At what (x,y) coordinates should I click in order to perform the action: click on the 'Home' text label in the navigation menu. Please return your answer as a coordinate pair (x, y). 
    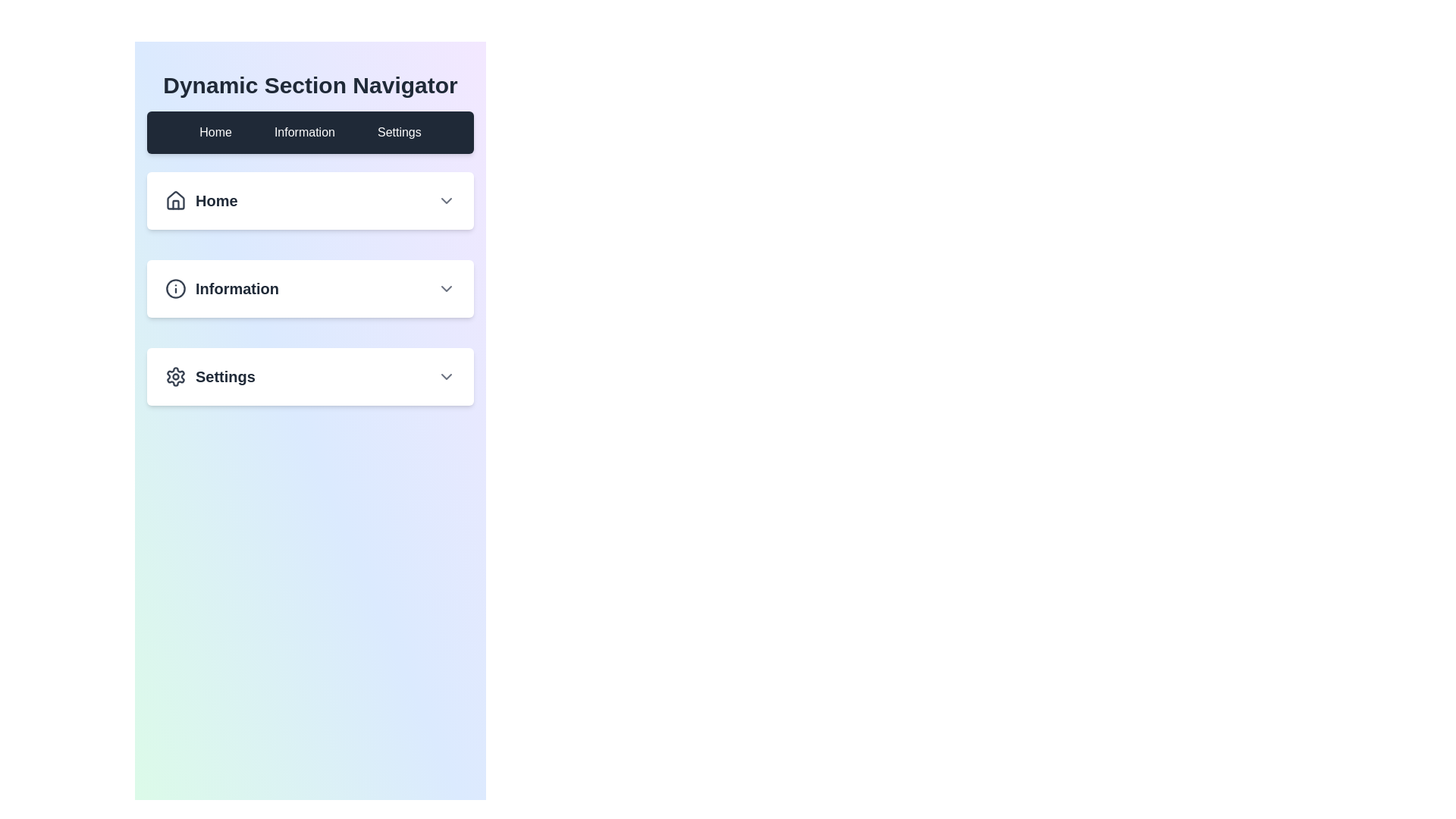
    Looking at the image, I should click on (215, 131).